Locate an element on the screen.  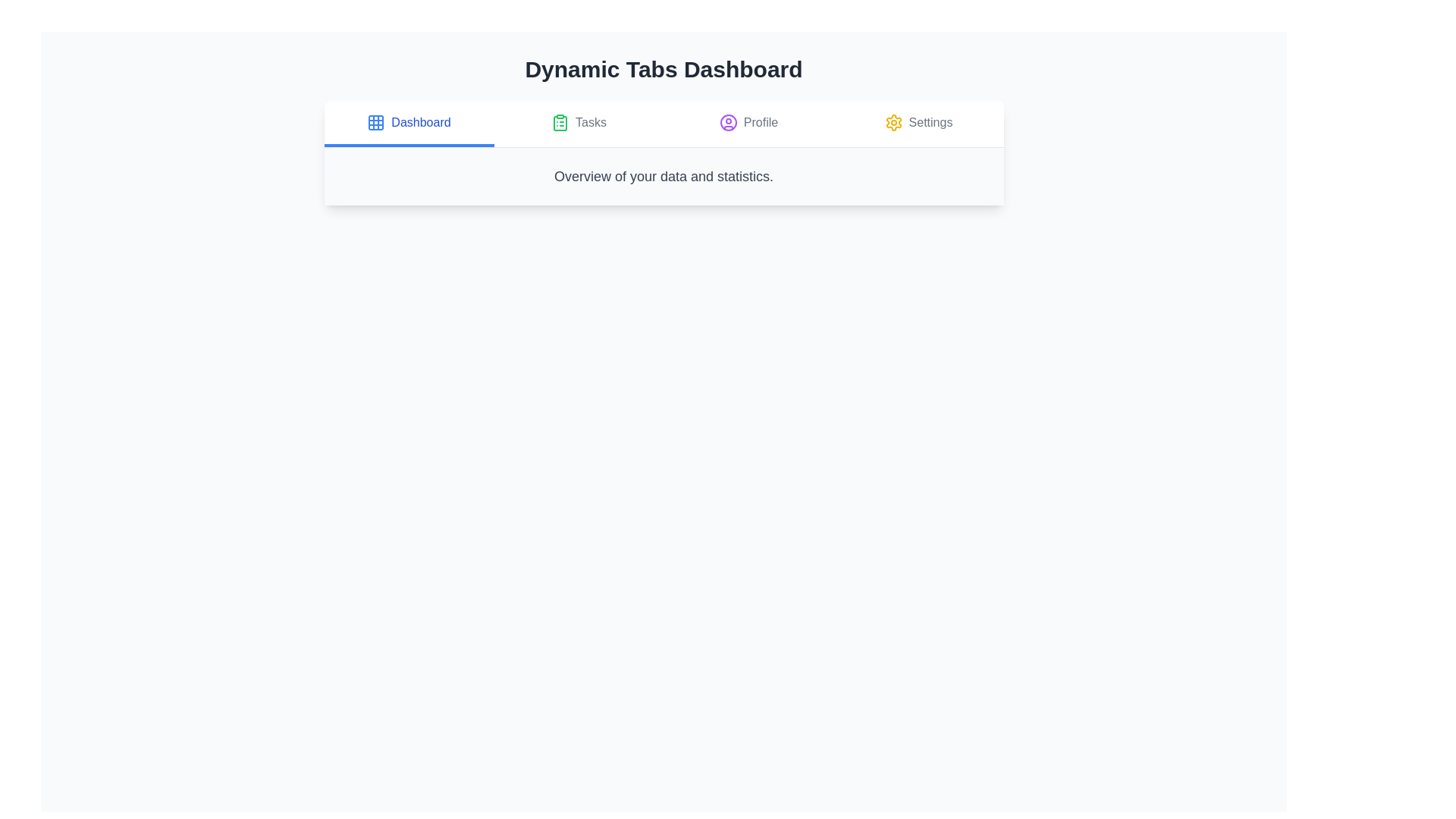
the light blue rounded rectangle icon in the top-left corner of the 3x3 grid icon is located at coordinates (376, 122).